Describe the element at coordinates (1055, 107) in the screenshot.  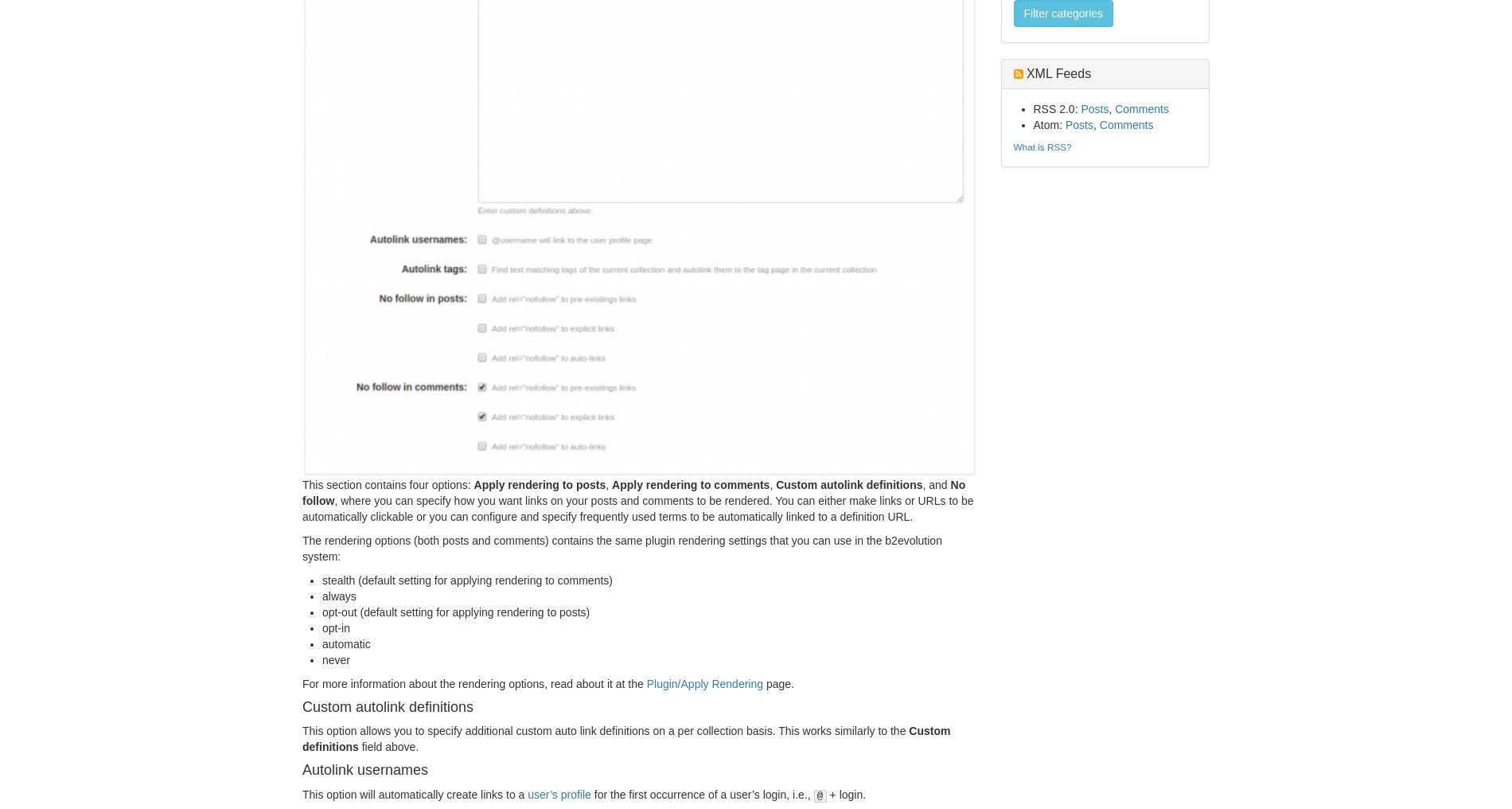
I see `'RSS 2.0:'` at that location.